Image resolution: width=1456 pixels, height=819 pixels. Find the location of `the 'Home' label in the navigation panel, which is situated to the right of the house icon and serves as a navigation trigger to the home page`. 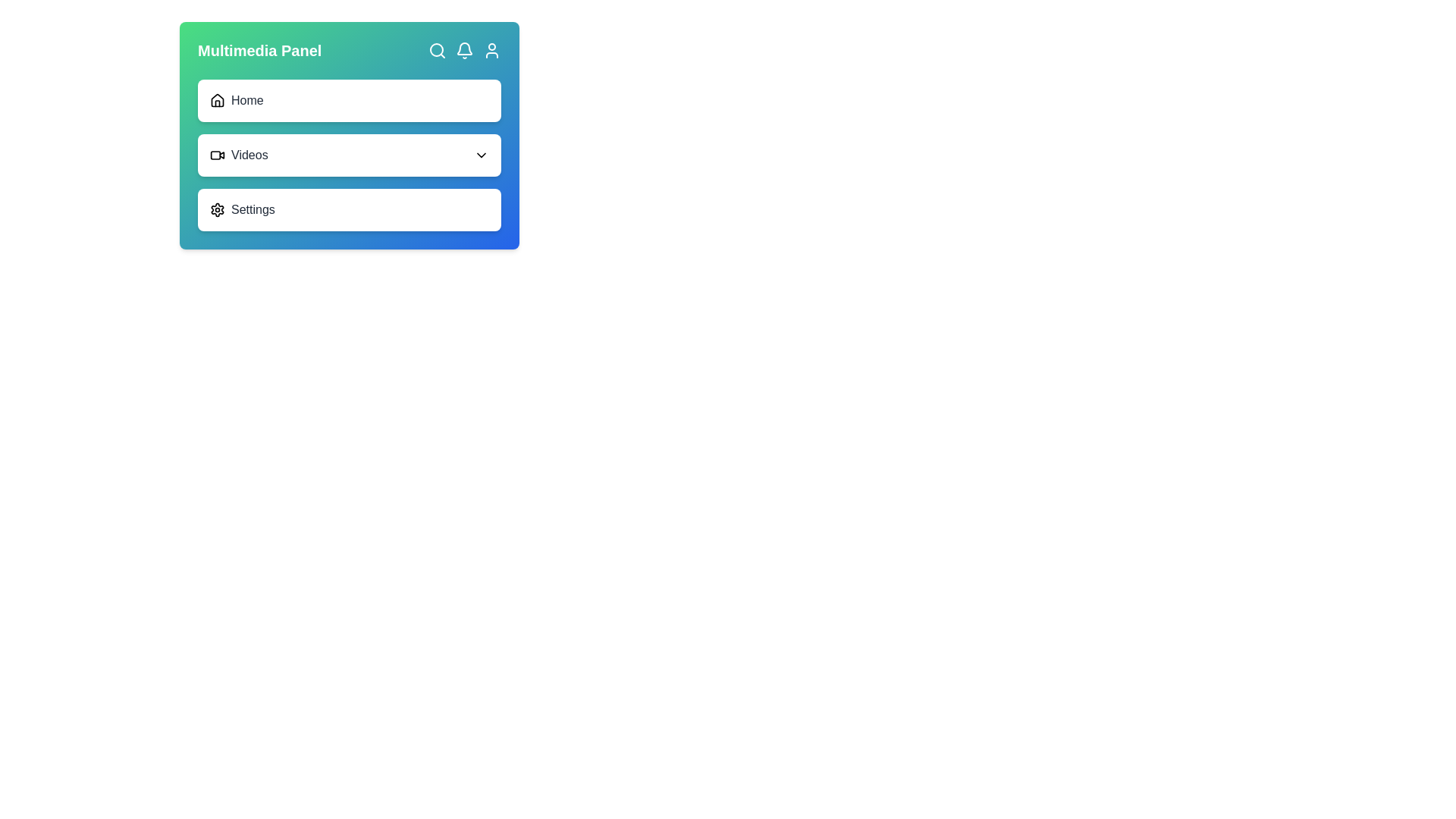

the 'Home' label in the navigation panel, which is situated to the right of the house icon and serves as a navigation trigger to the home page is located at coordinates (247, 100).